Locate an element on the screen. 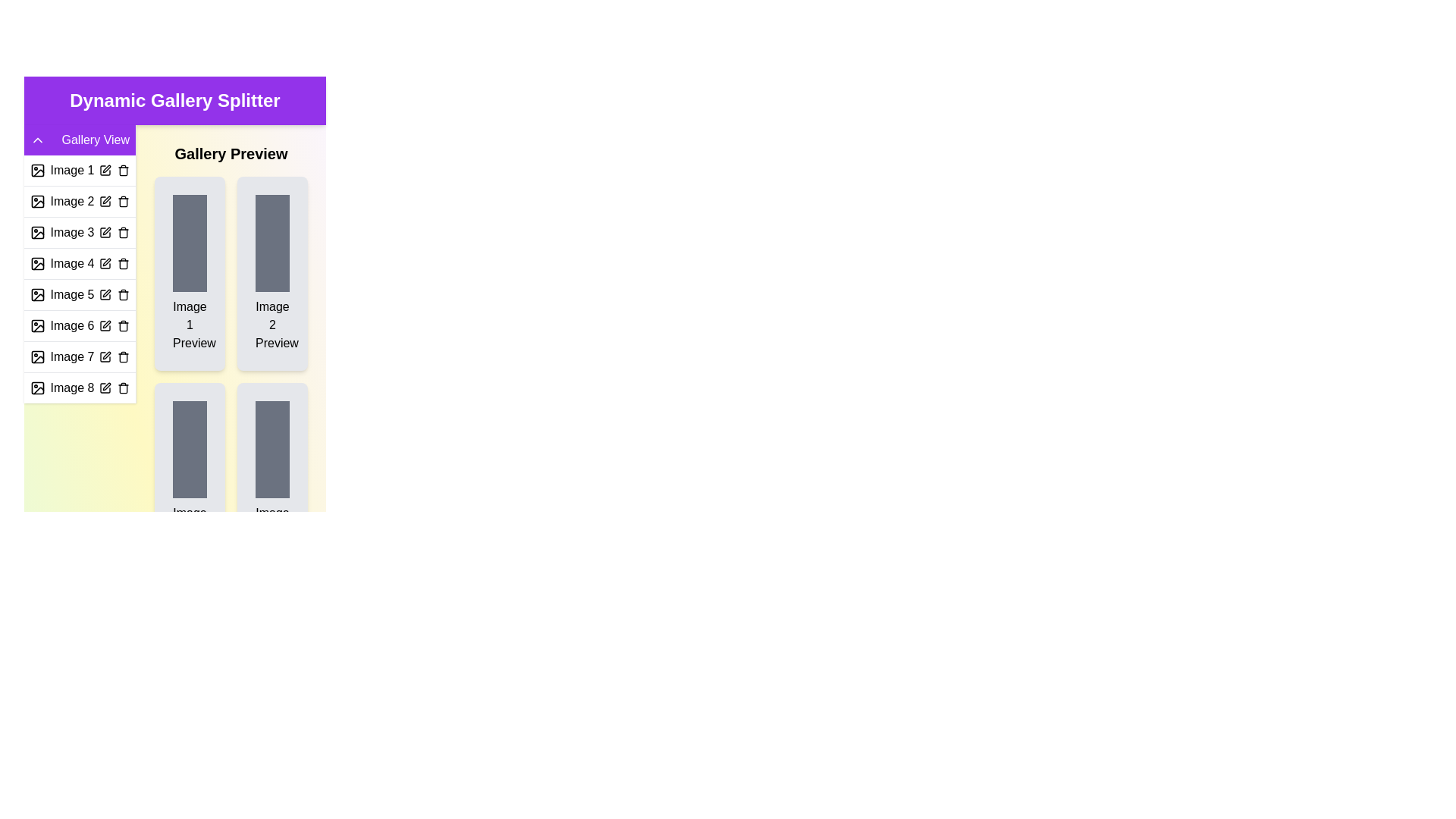  the text label 'Image 8' is located at coordinates (71, 388).